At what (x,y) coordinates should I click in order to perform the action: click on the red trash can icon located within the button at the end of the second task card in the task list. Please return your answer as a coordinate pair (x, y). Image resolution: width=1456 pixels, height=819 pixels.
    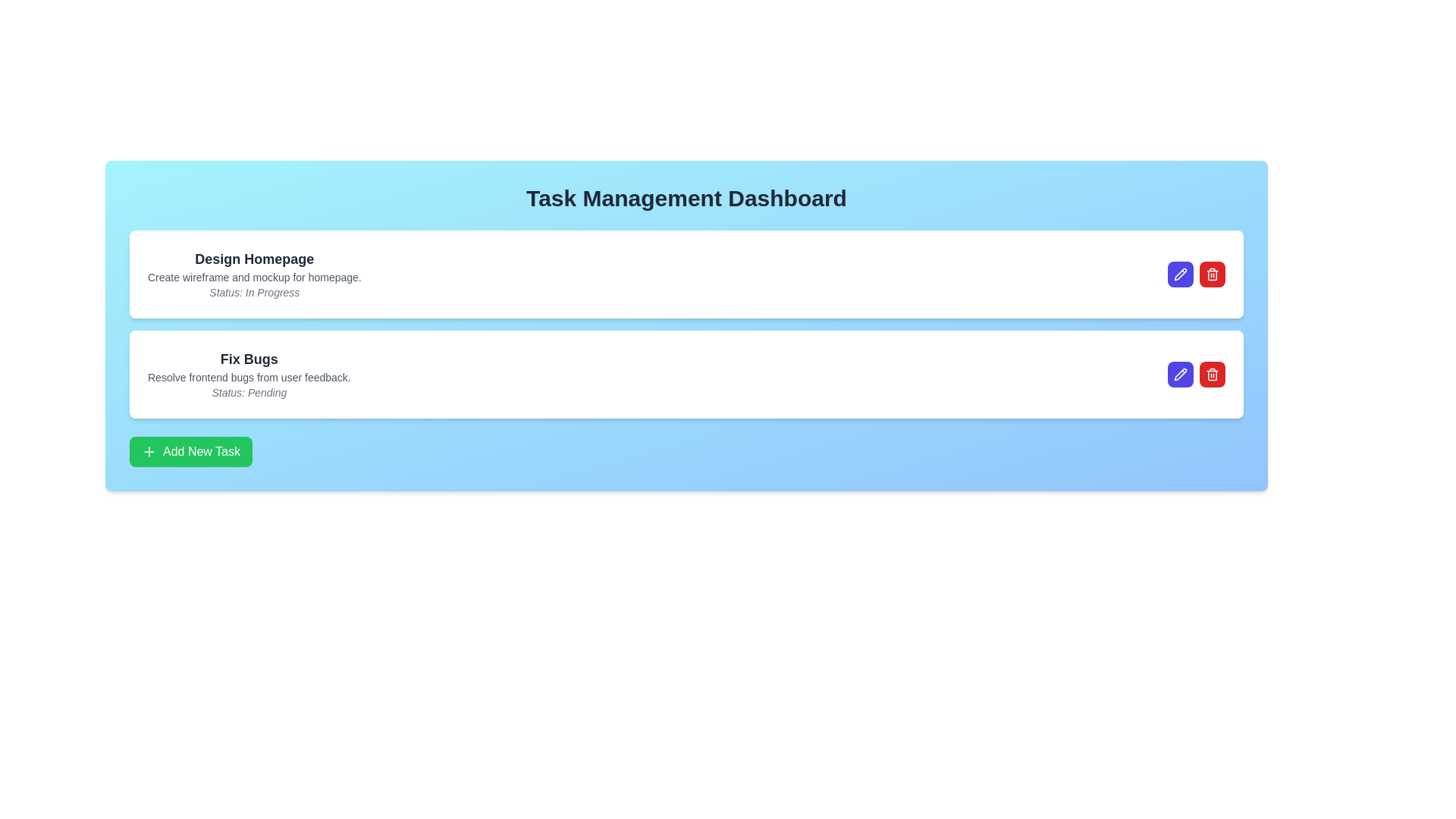
    Looking at the image, I should click on (1211, 375).